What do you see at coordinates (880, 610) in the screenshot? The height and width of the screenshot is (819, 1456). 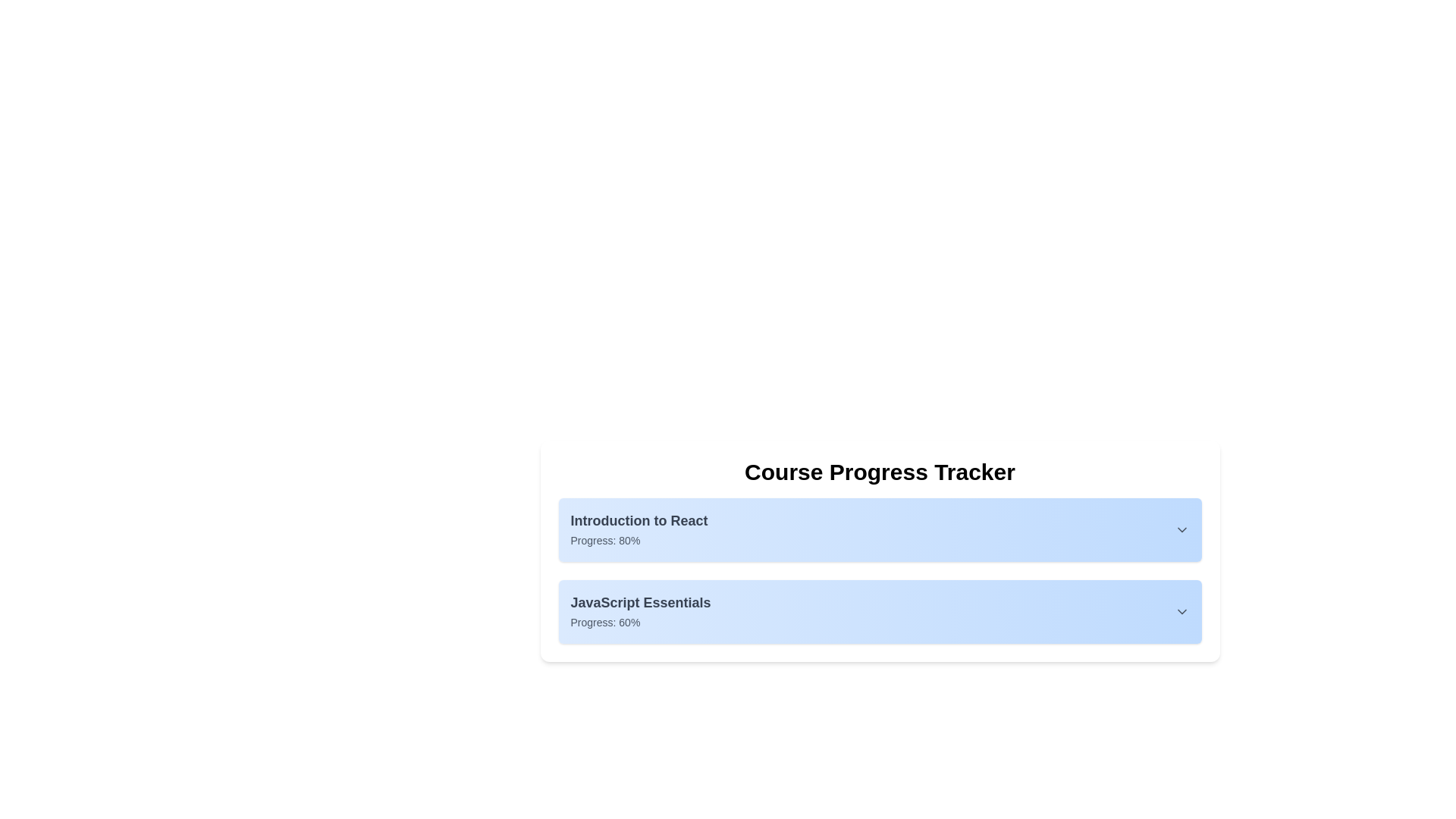 I see `the 'JavaScript Essentials' course item in the Course Progress Tracker` at bounding box center [880, 610].